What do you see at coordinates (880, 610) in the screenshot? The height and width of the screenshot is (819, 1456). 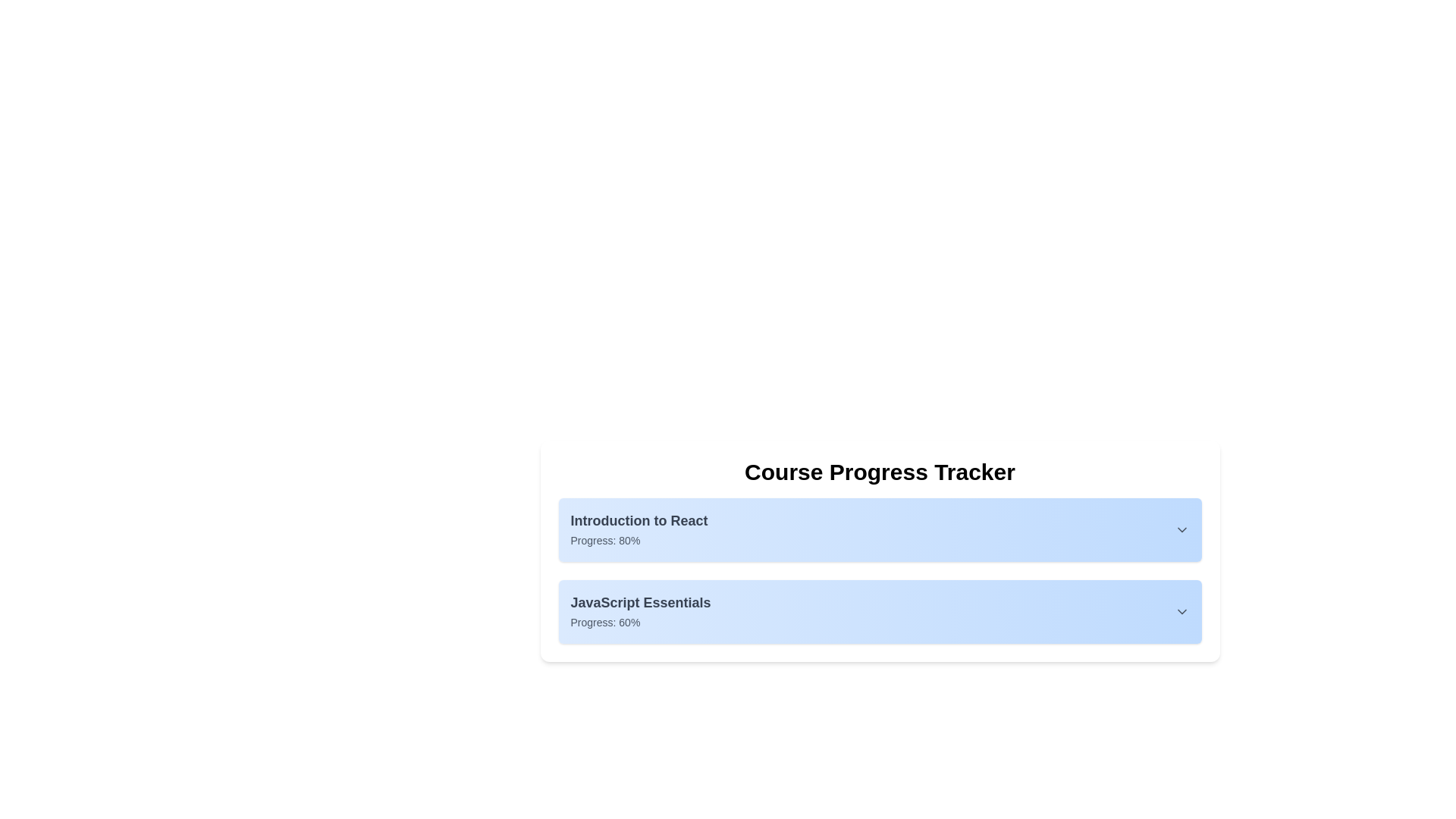 I see `the 'JavaScript Essentials' course item in the Course Progress Tracker` at bounding box center [880, 610].